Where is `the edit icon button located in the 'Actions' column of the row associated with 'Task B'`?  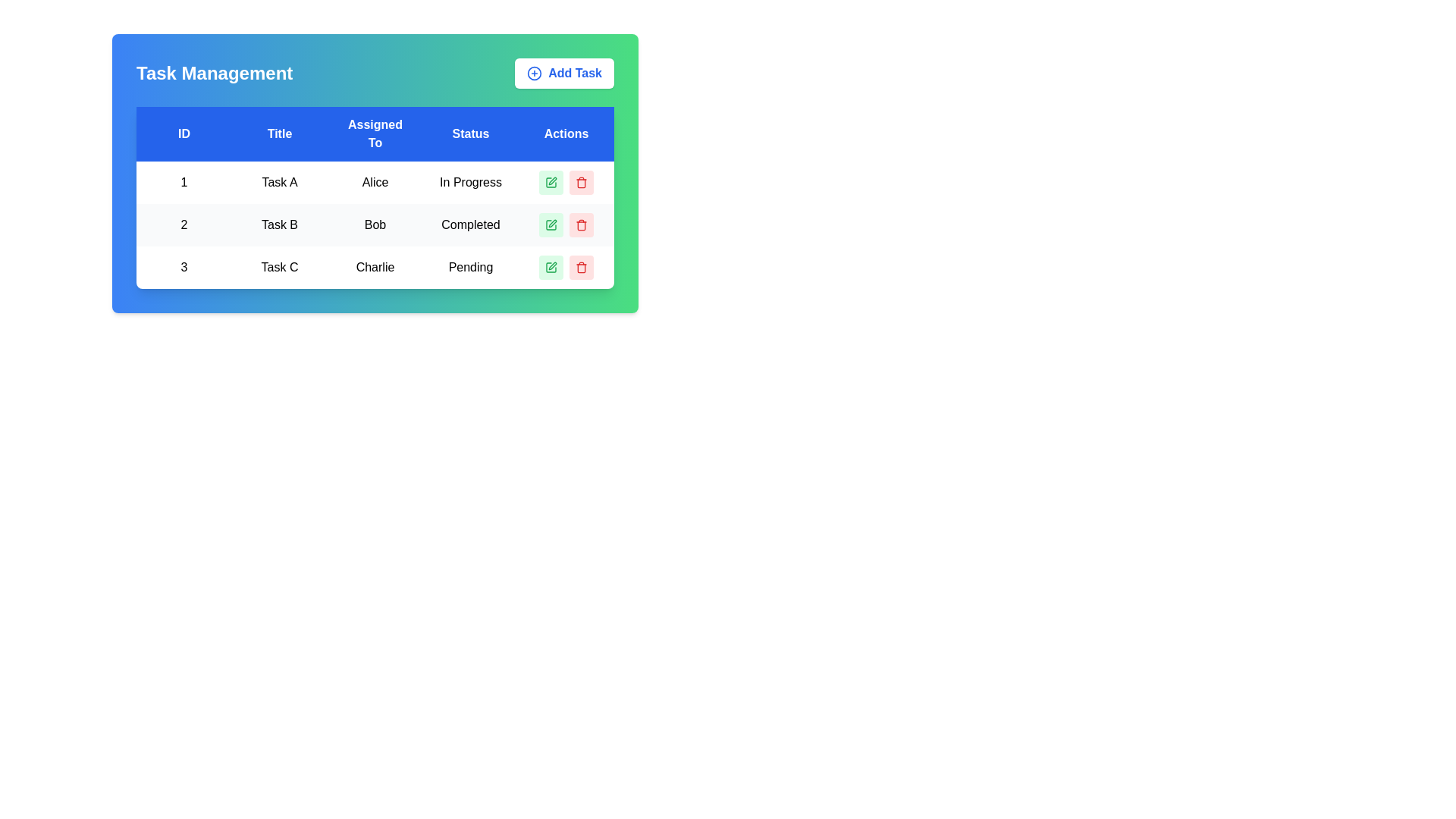 the edit icon button located in the 'Actions' column of the row associated with 'Task B' is located at coordinates (550, 225).